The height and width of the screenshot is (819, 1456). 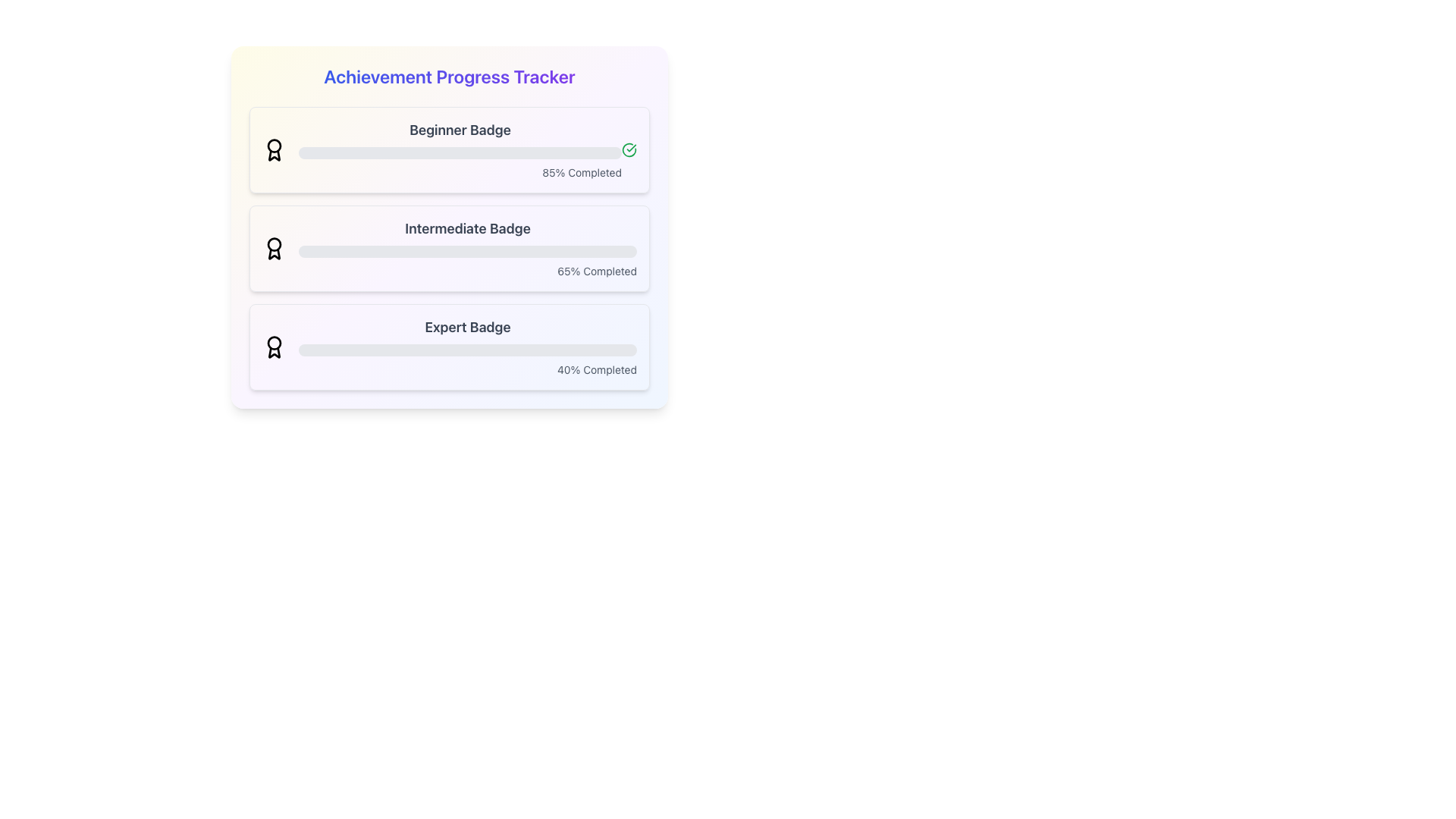 I want to click on the Progress Indicator element, which is a yellow rectangular bar with rounded edges indicating progress in the Intermediate Badge section of the achievement tracker, so click(x=408, y=250).